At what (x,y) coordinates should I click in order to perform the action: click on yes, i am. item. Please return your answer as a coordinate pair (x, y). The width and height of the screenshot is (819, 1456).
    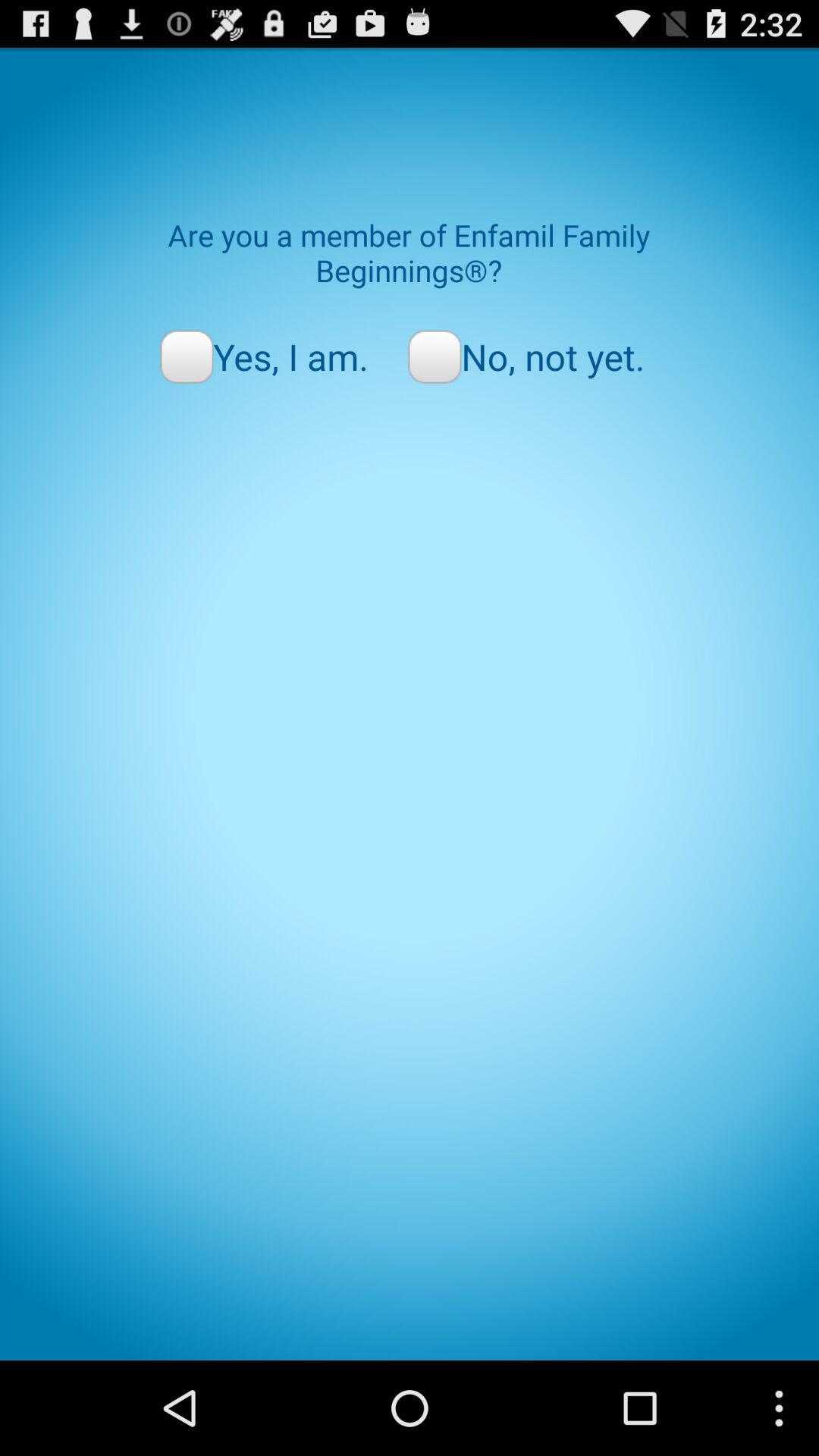
    Looking at the image, I should click on (263, 356).